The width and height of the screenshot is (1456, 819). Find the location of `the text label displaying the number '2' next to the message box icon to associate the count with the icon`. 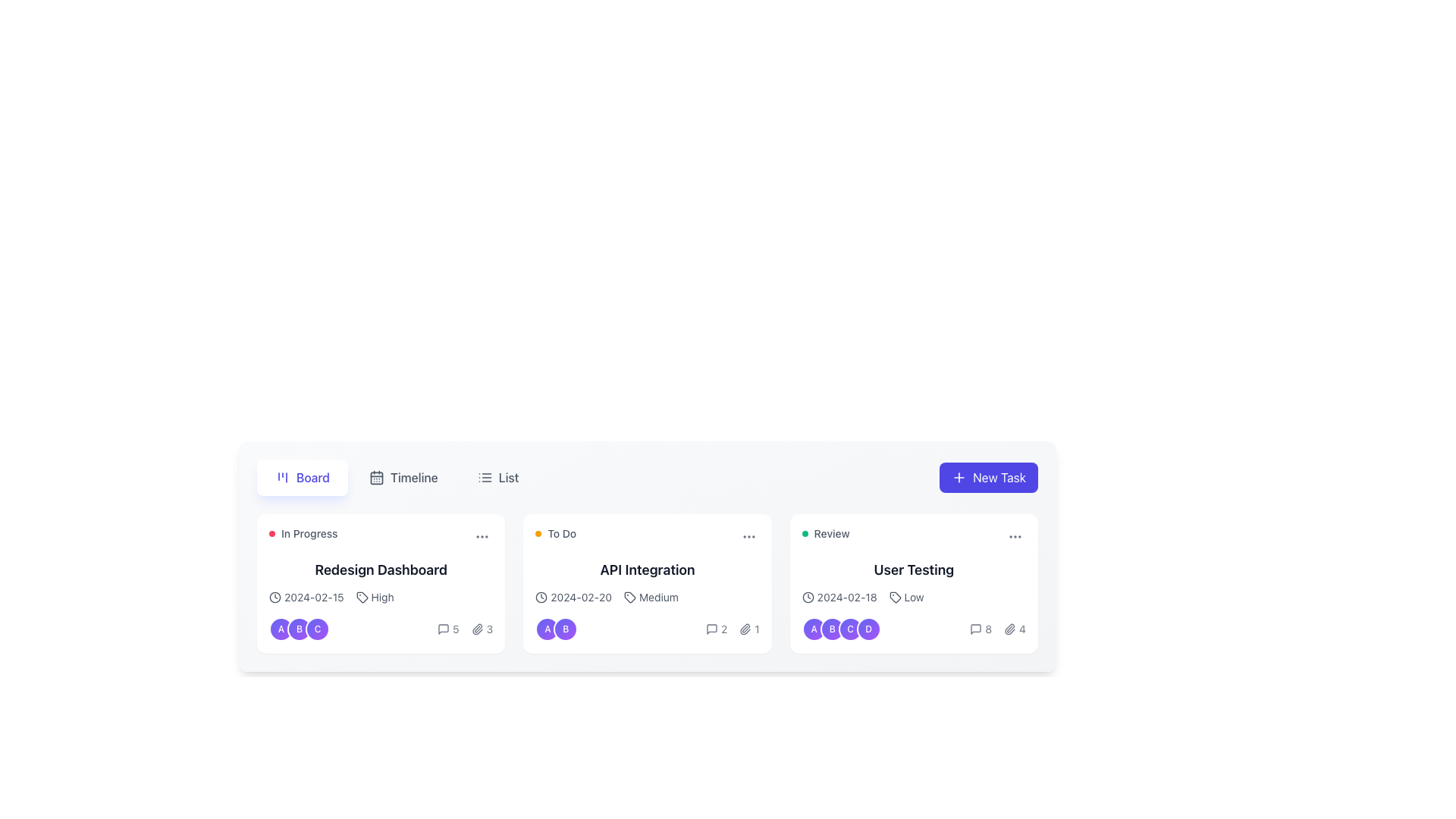

the text label displaying the number '2' next to the message box icon to associate the count with the icon is located at coordinates (723, 629).